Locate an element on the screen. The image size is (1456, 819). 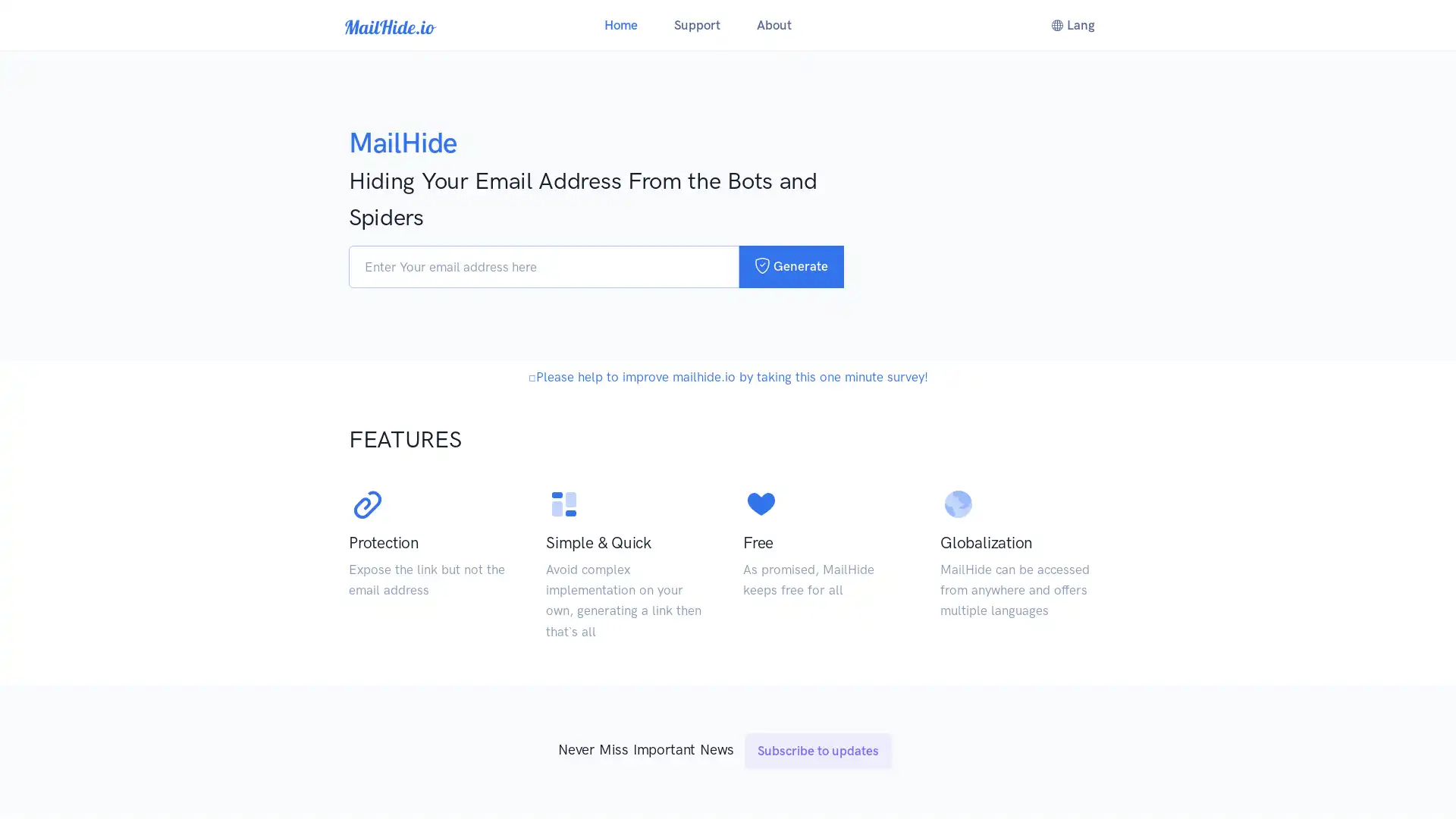
Lang is located at coordinates (1072, 25).